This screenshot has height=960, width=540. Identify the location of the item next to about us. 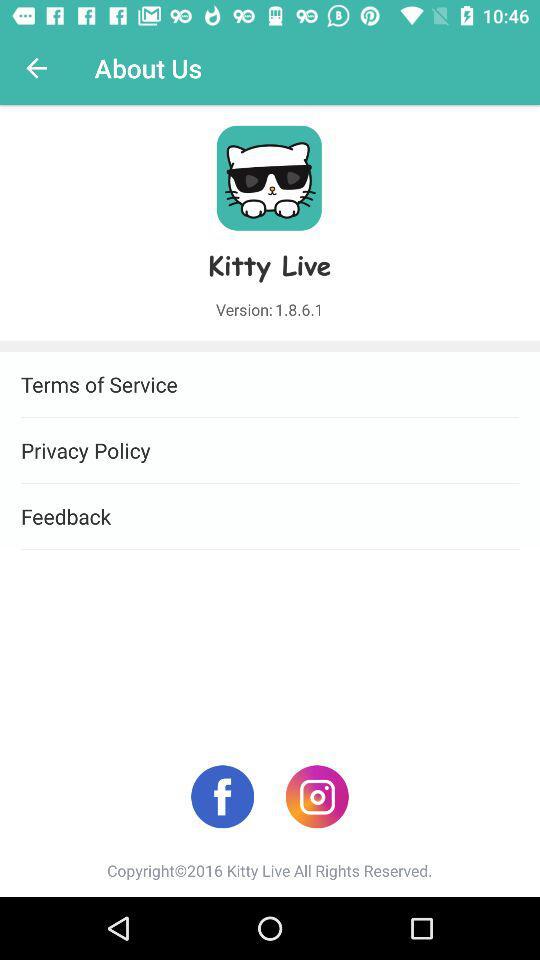
(36, 68).